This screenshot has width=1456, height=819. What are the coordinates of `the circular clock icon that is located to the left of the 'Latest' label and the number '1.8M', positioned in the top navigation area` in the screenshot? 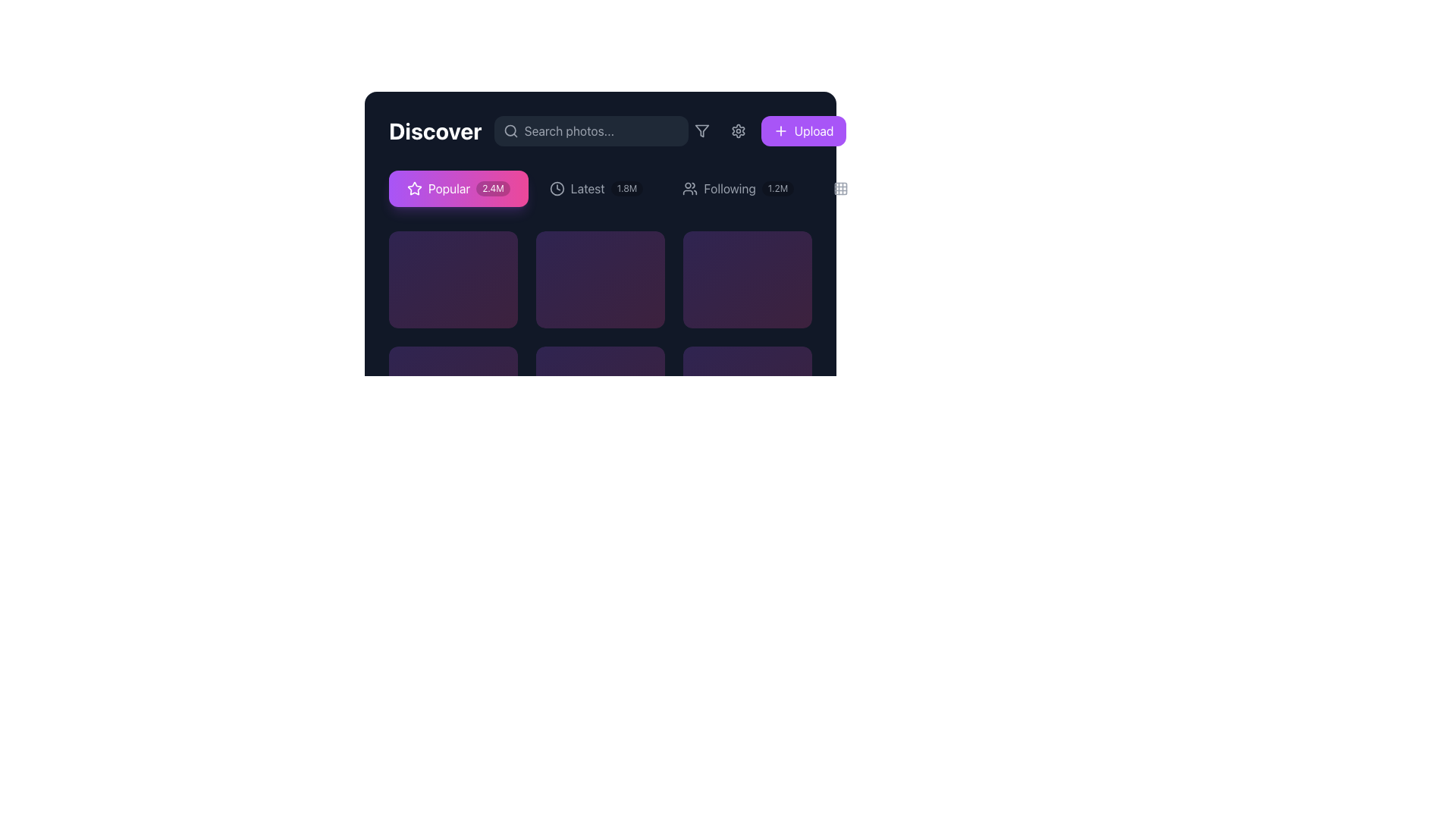 It's located at (556, 188).